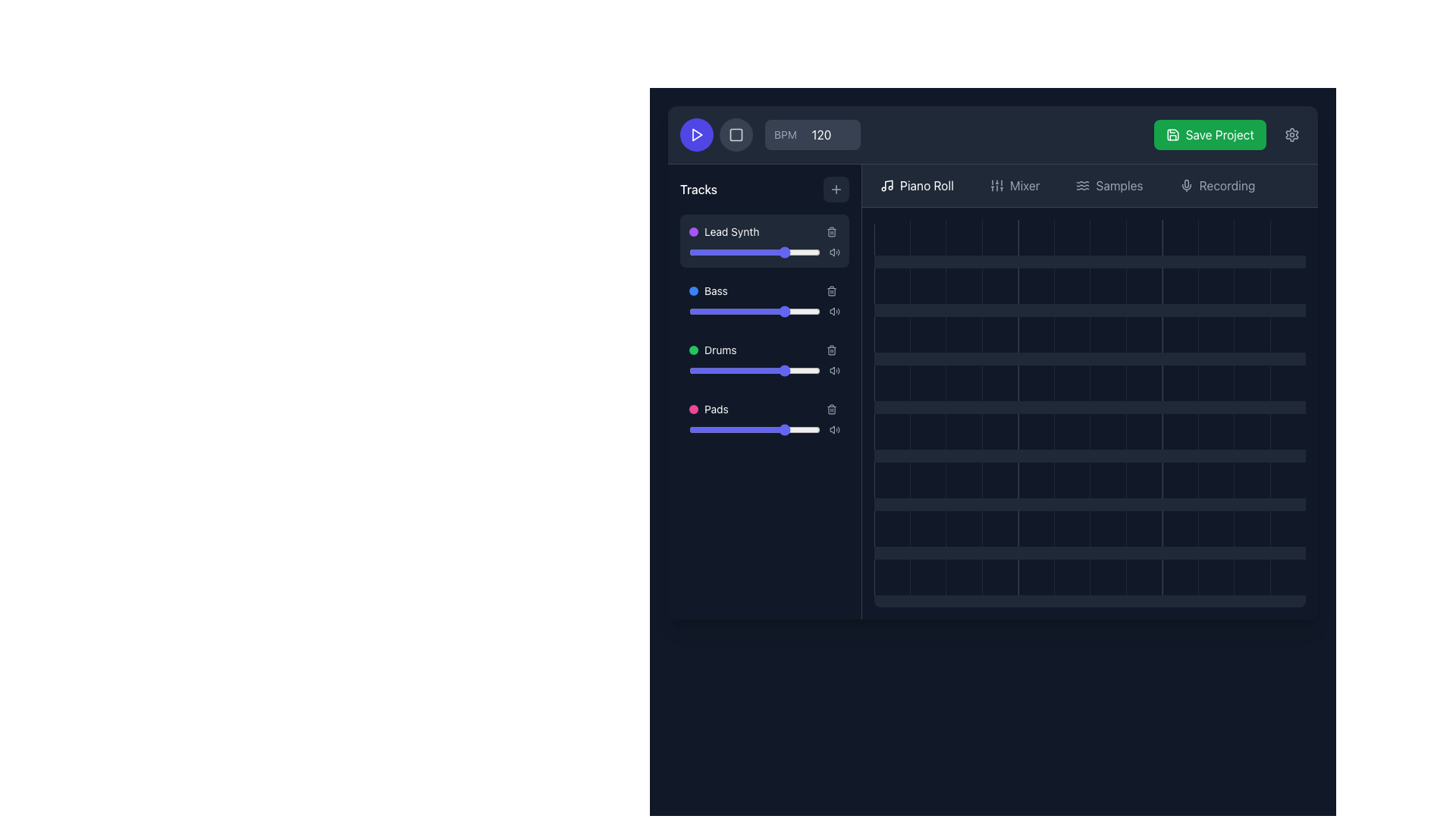 The image size is (1456, 819). I want to click on the volume control icon for the 'Bass' track, so click(831, 311).